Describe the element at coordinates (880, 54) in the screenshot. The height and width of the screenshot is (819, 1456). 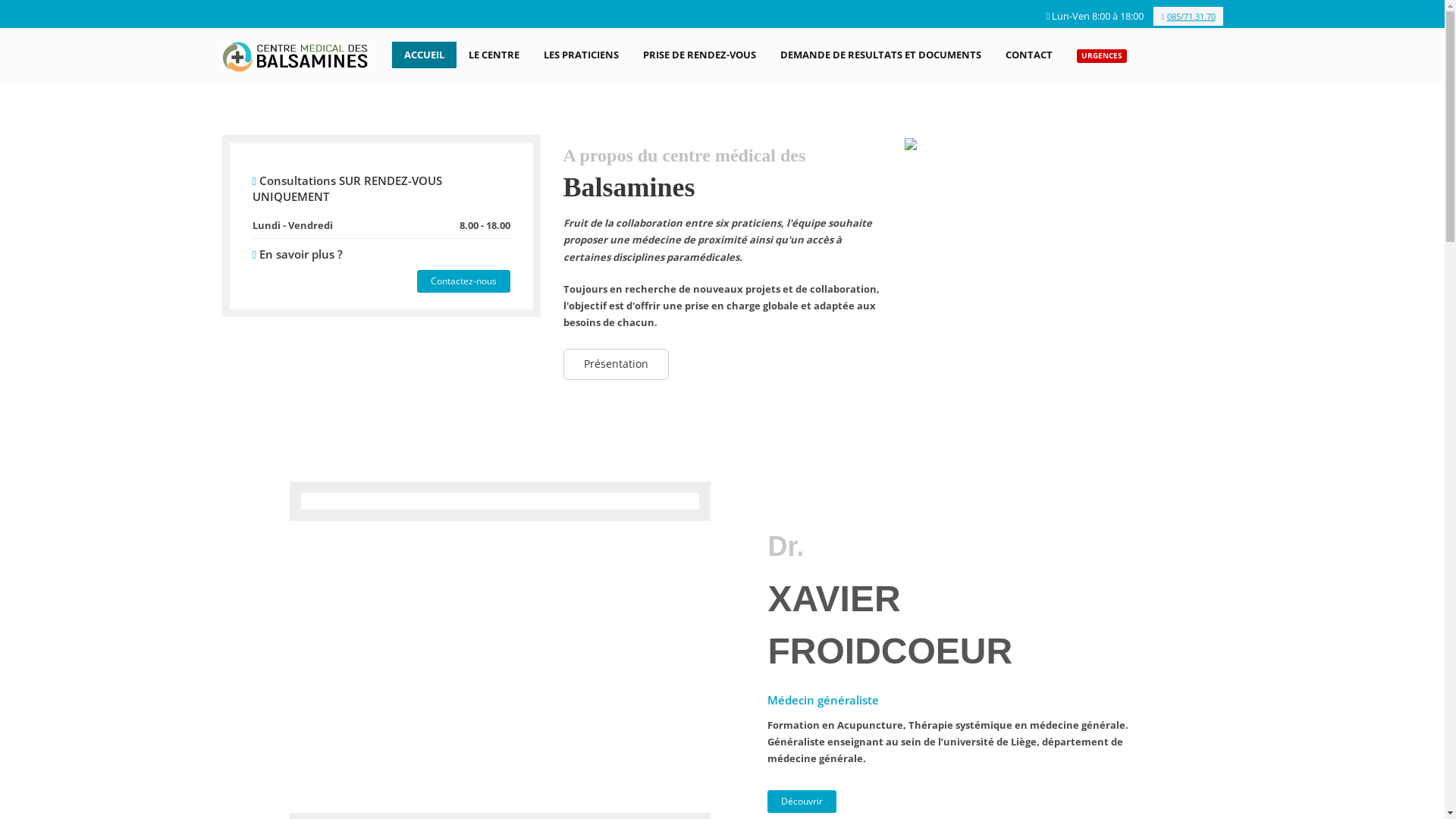
I see `'DEMANDE DE RESULTATS ET DOCUMENTS'` at that location.